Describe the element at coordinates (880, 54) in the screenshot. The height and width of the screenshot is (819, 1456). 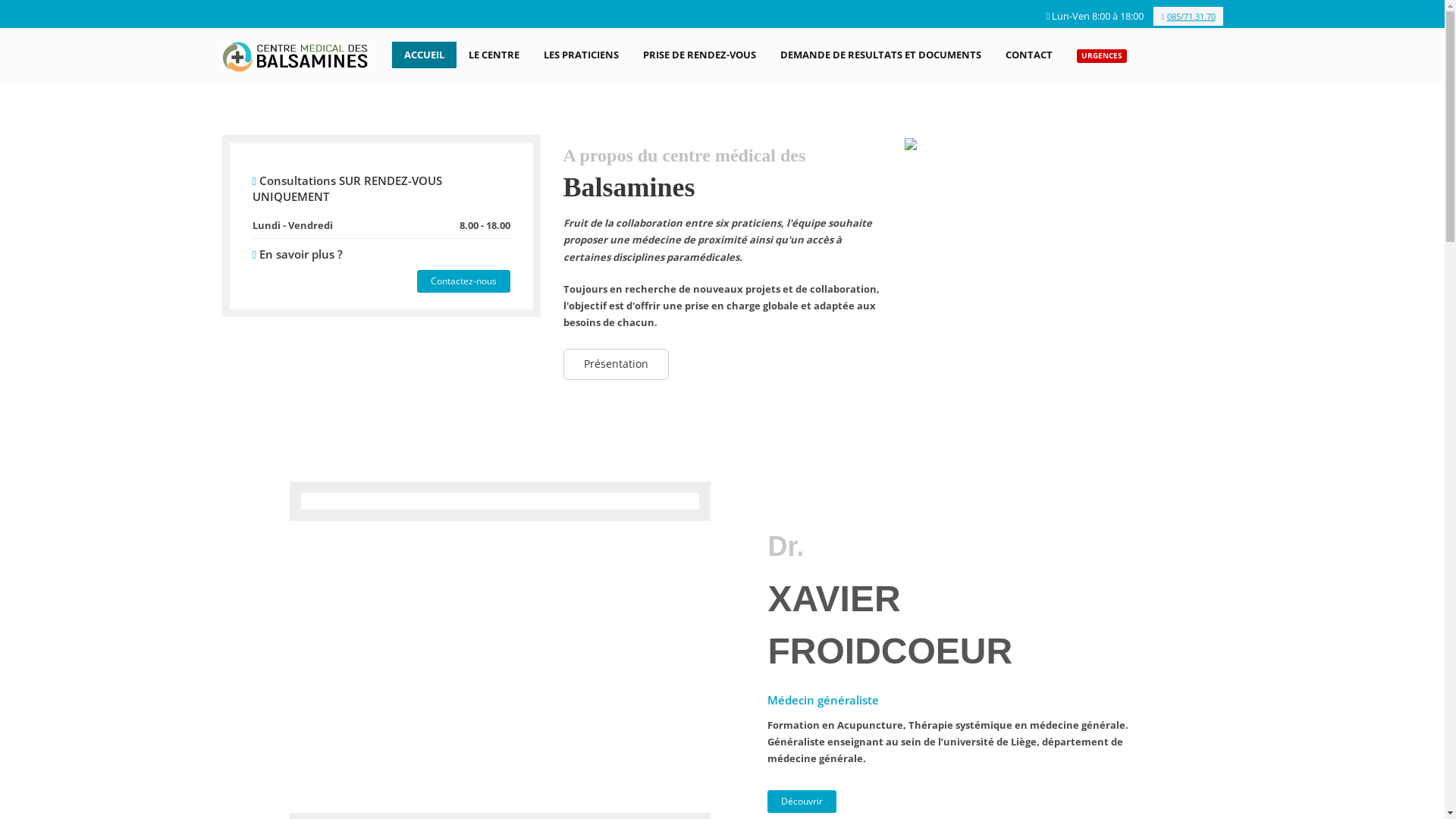
I see `'DEMANDE DE RESULTATS ET DOCUMENTS'` at that location.